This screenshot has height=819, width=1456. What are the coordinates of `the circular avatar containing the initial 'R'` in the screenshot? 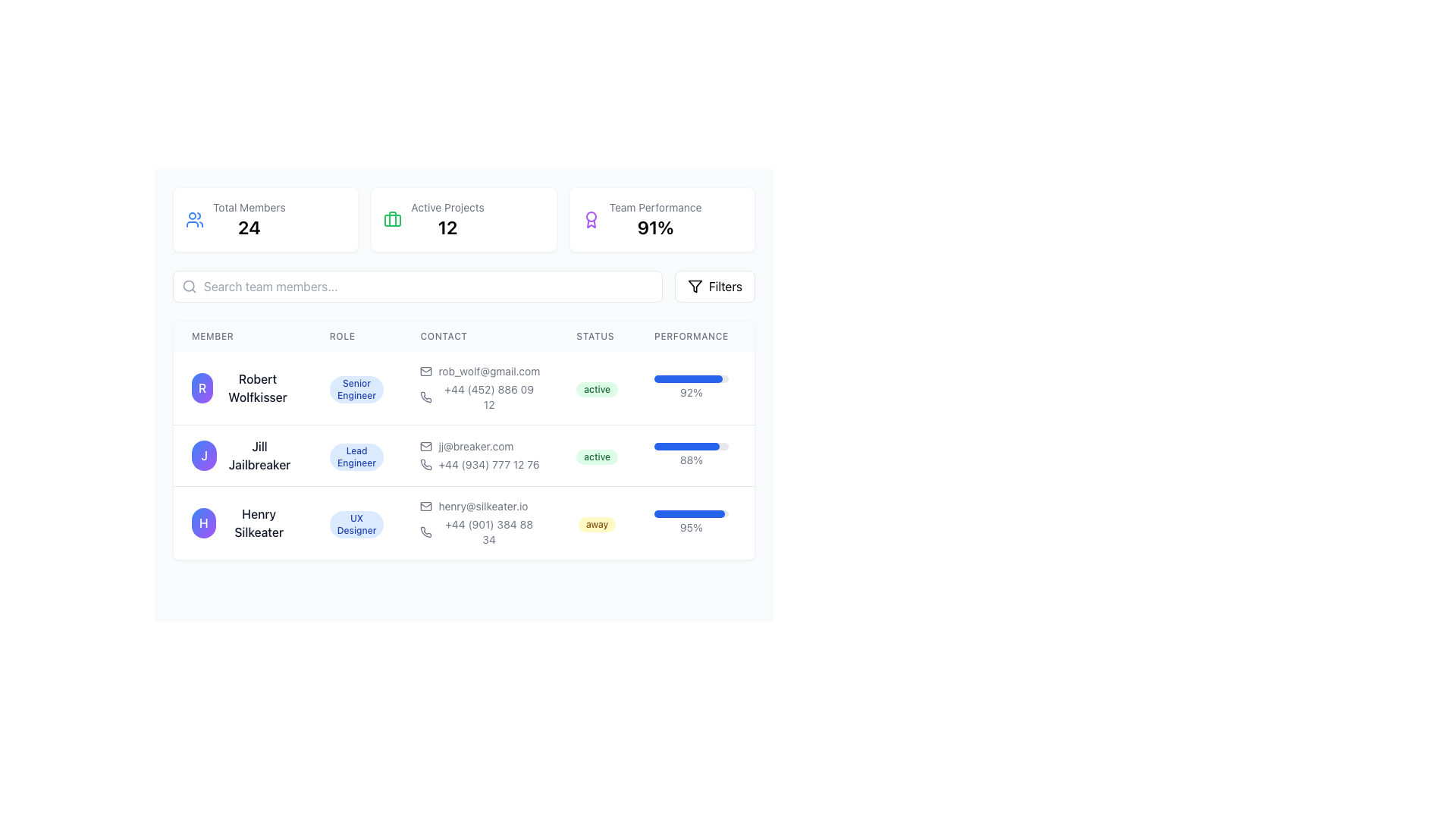 It's located at (241, 388).